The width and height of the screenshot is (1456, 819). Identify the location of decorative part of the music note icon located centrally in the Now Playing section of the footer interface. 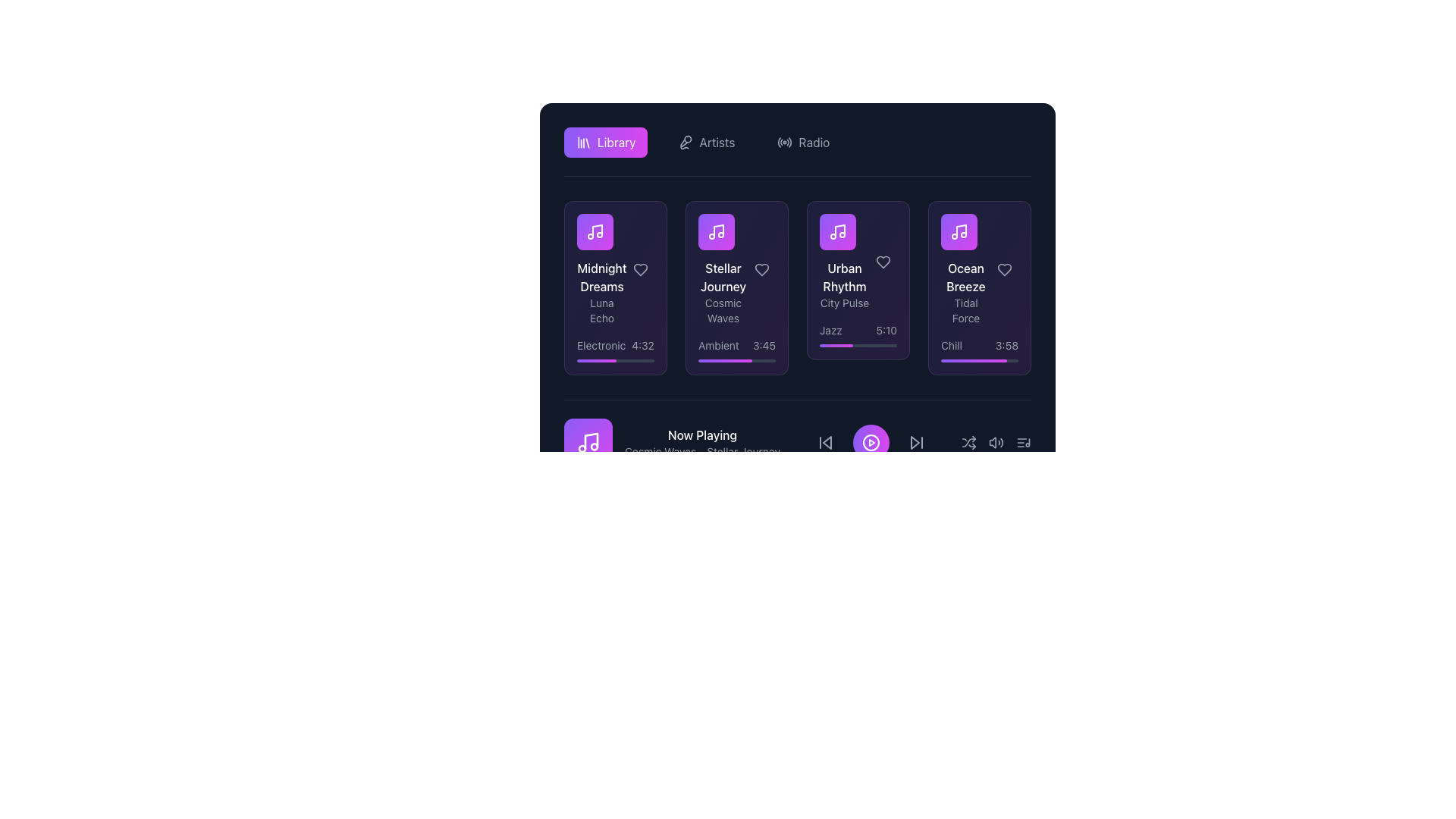
(590, 441).